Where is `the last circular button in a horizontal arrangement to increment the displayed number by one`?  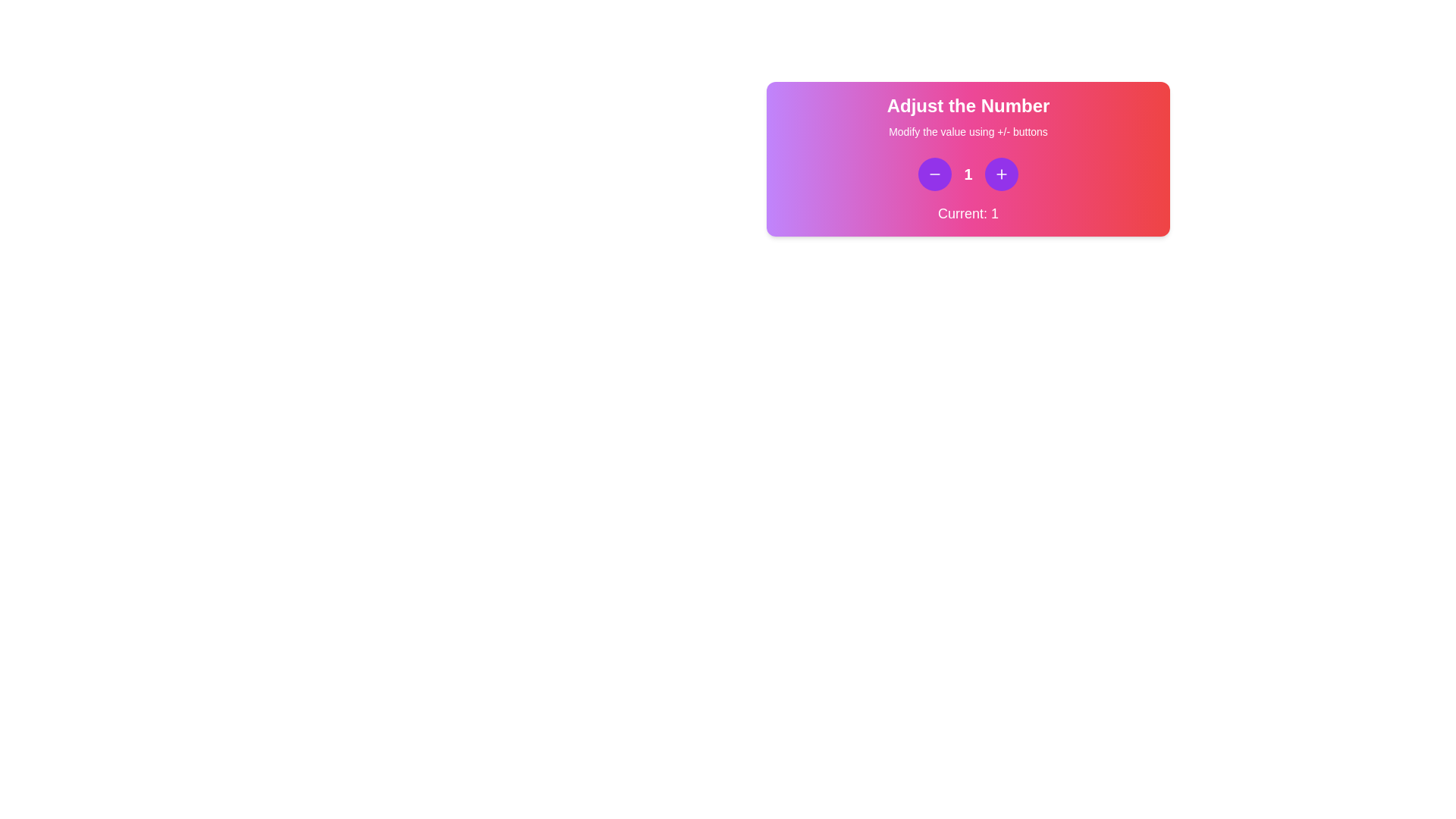
the last circular button in a horizontal arrangement to increment the displayed number by one is located at coordinates (1001, 174).